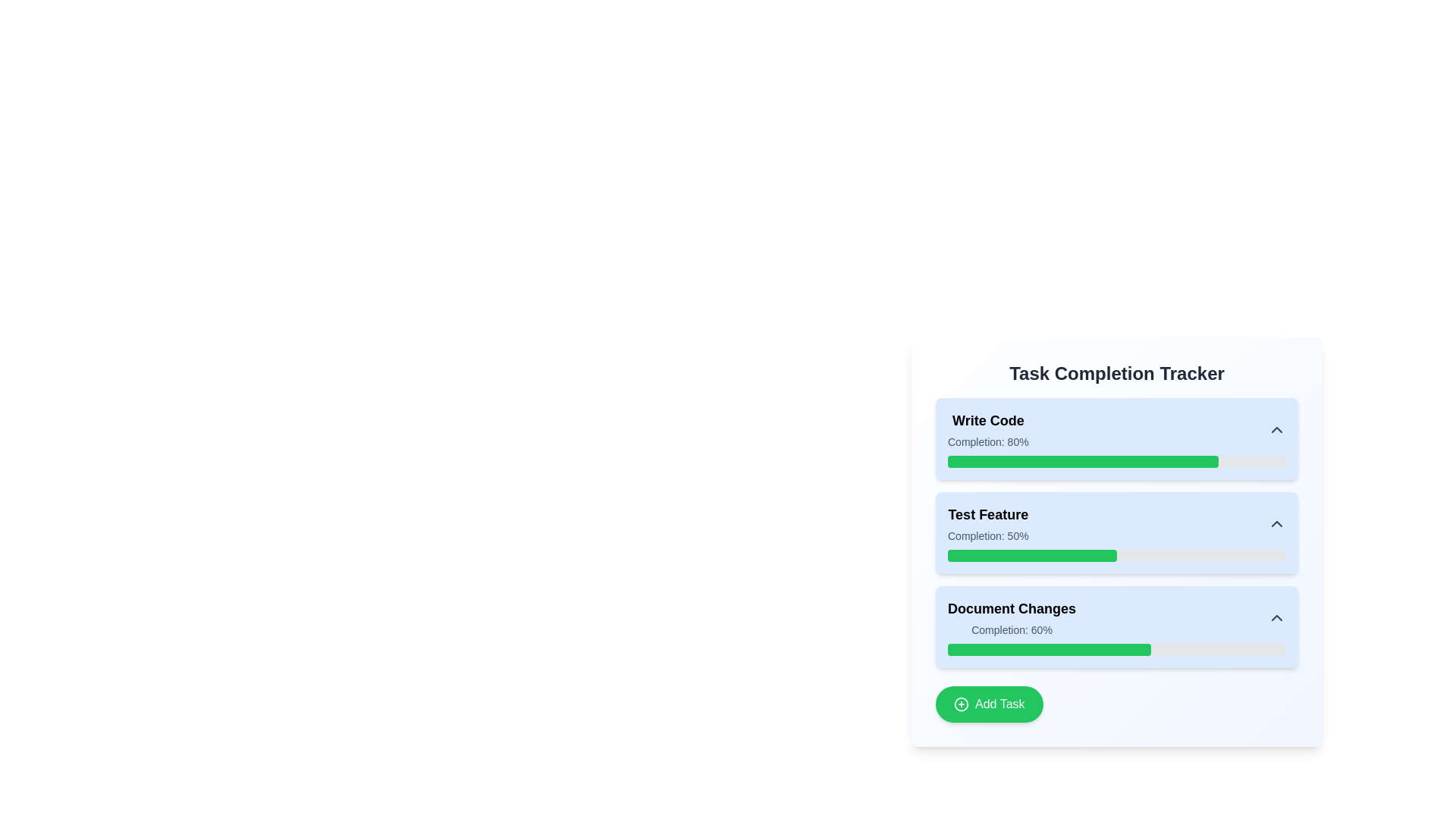 The width and height of the screenshot is (1456, 819). I want to click on the task labeled 'Test Feature' within the 'Task Completion Tracker', so click(1117, 522).